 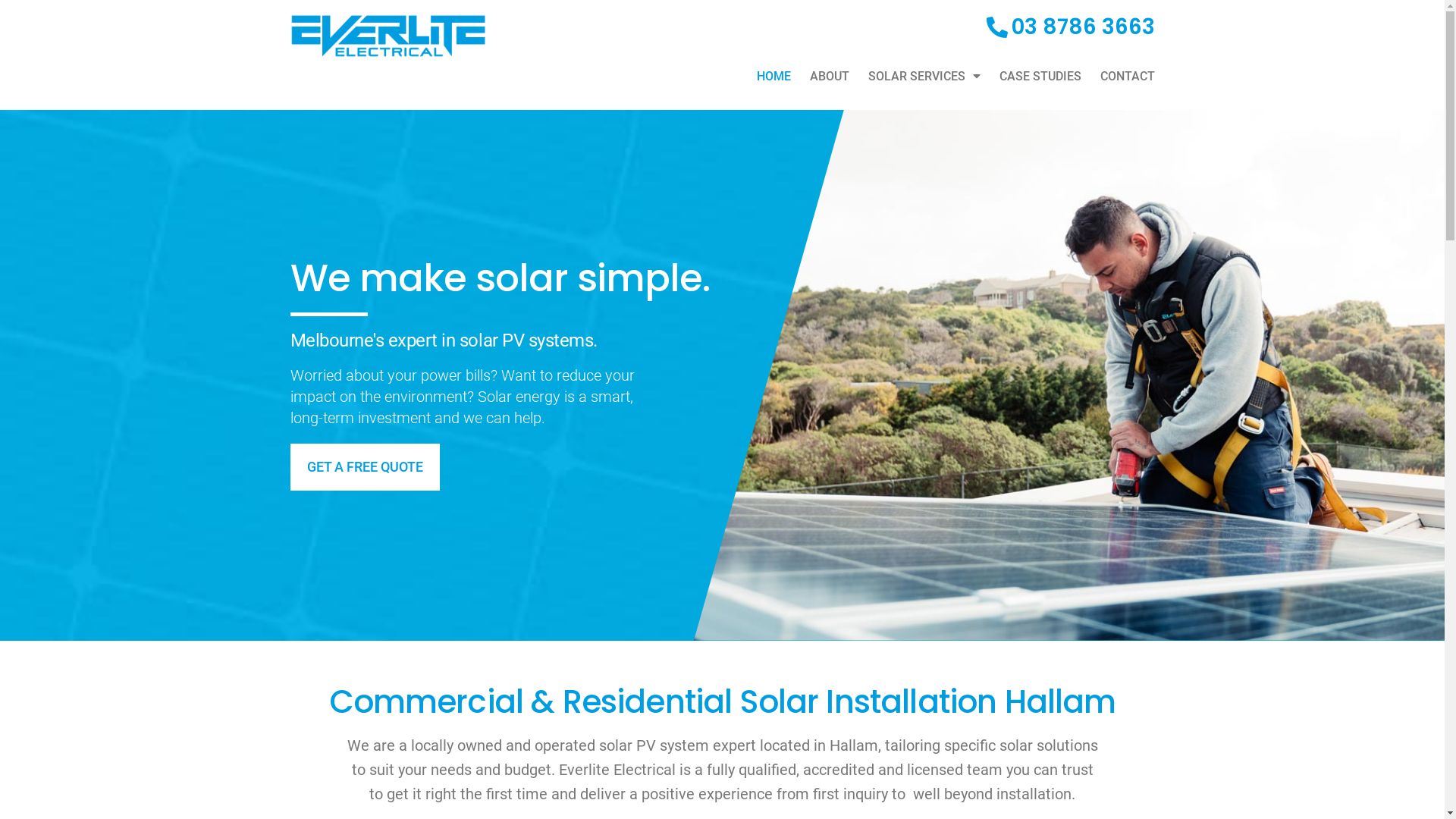 I want to click on '03 8786 3663', so click(x=1069, y=27).